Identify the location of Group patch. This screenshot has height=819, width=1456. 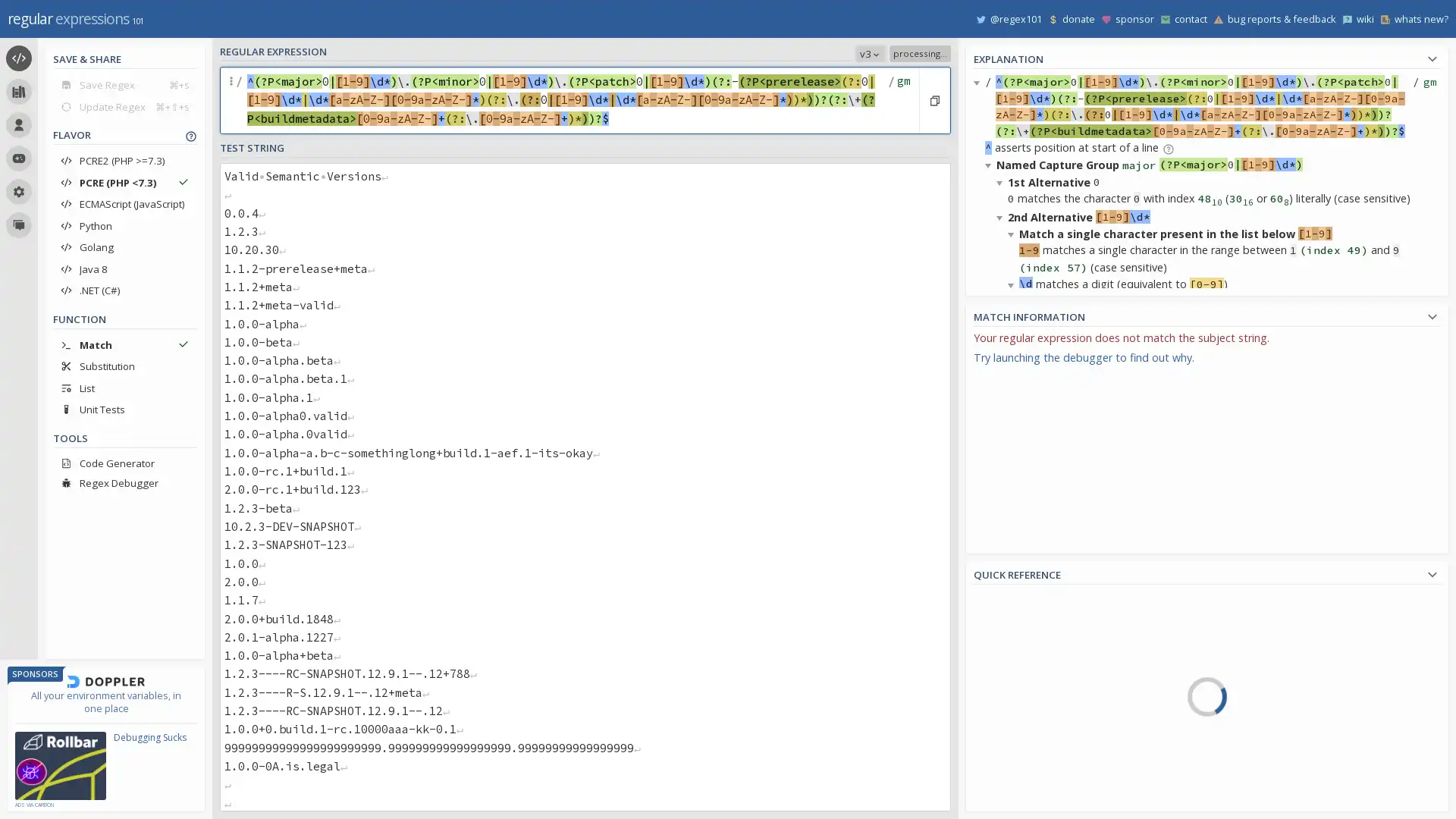
(1014, 556).